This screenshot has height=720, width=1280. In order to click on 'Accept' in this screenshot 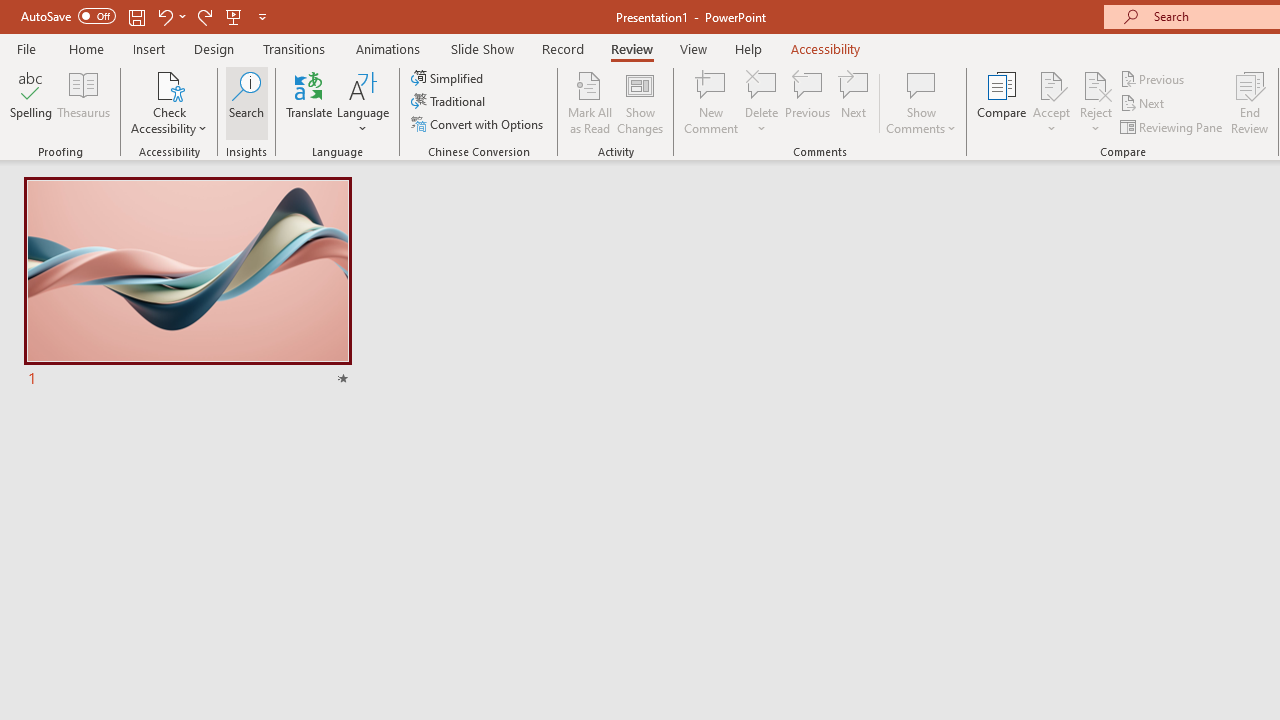, I will do `click(1050, 103)`.